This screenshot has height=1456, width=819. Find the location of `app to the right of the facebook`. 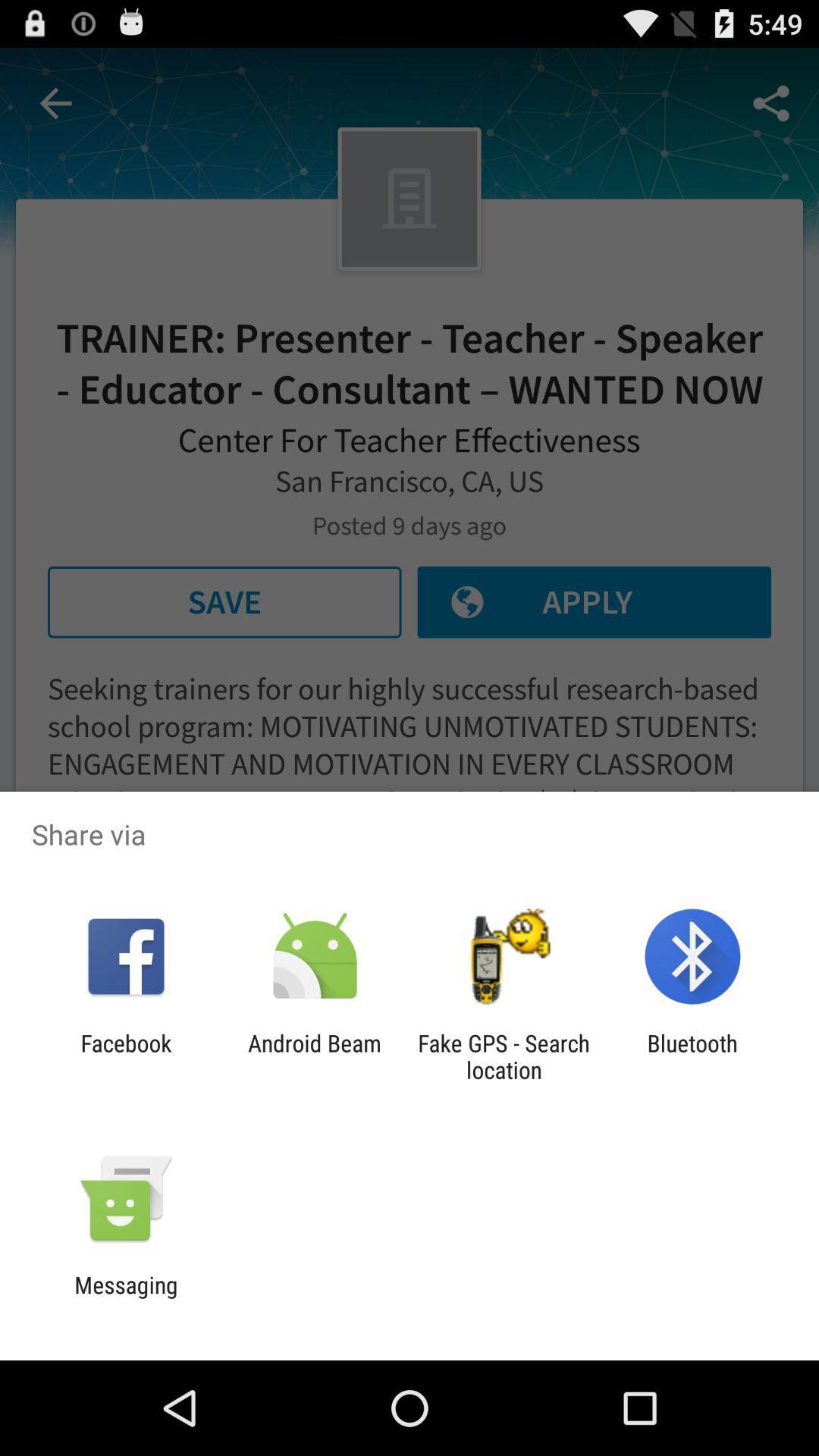

app to the right of the facebook is located at coordinates (314, 1056).